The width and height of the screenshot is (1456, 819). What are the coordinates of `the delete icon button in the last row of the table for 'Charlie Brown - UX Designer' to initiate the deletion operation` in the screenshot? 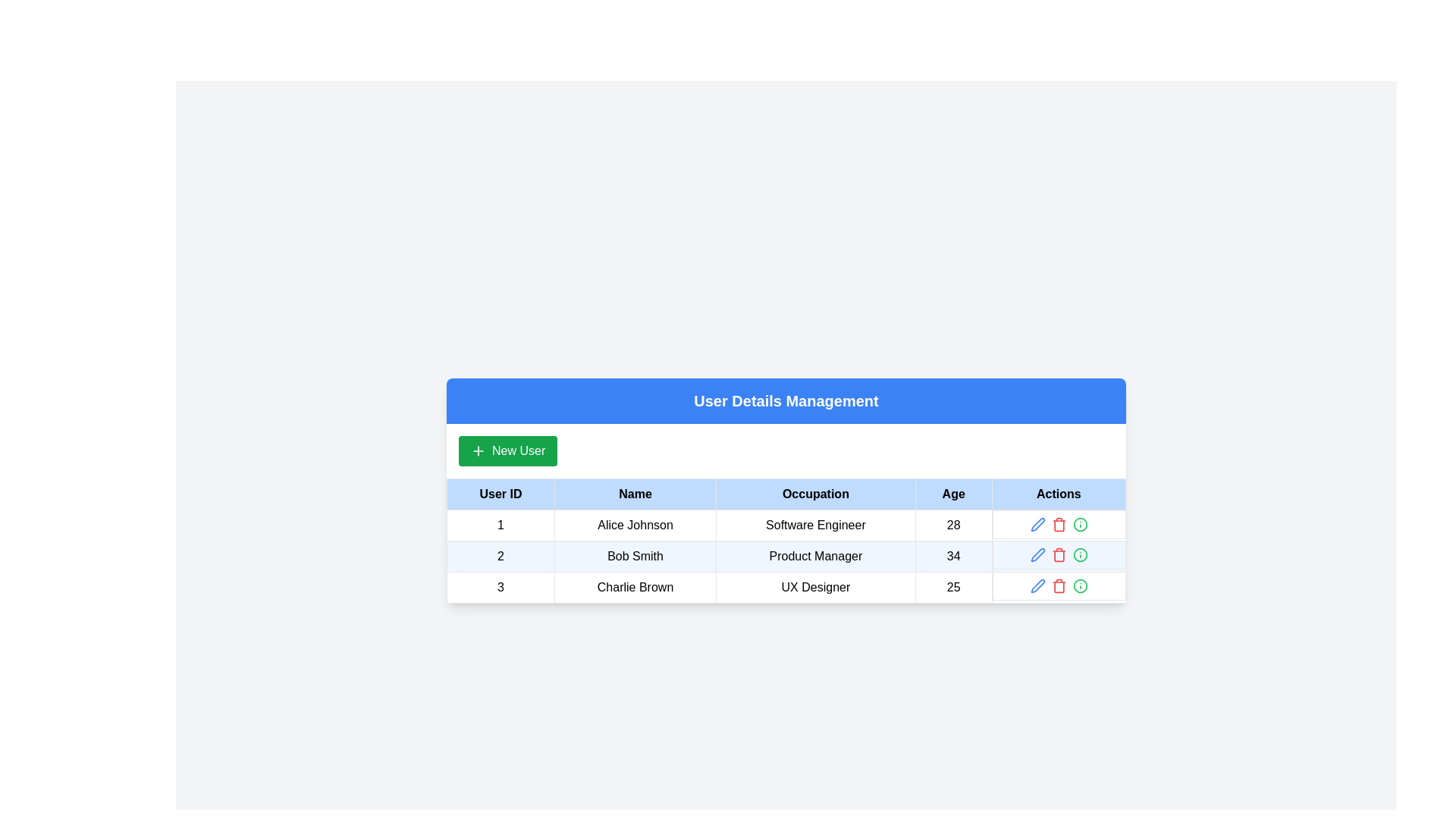 It's located at (1058, 586).